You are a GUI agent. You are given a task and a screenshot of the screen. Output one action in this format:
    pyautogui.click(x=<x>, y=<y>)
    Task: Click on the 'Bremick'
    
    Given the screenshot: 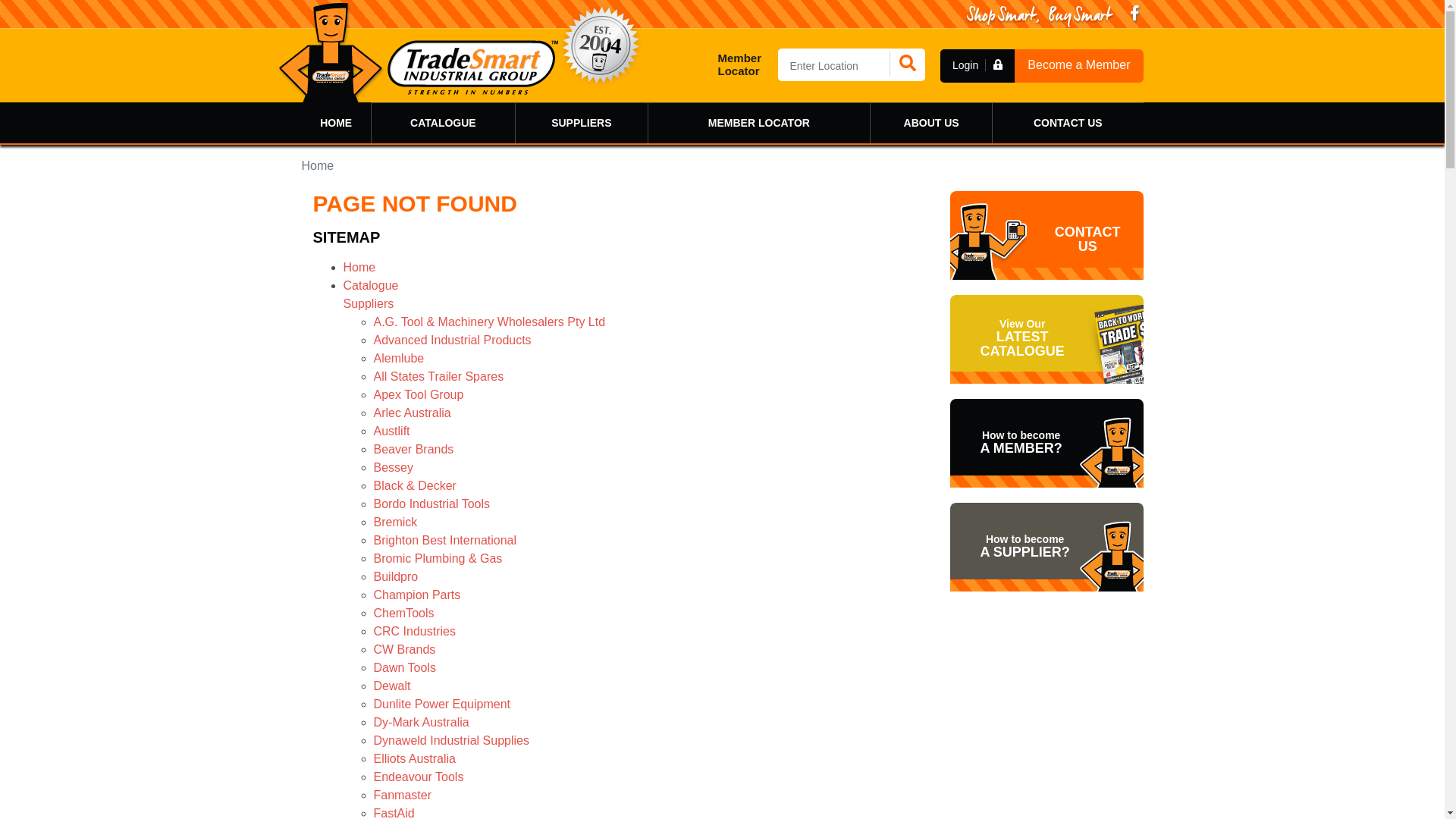 What is the action you would take?
    pyautogui.click(x=395, y=521)
    